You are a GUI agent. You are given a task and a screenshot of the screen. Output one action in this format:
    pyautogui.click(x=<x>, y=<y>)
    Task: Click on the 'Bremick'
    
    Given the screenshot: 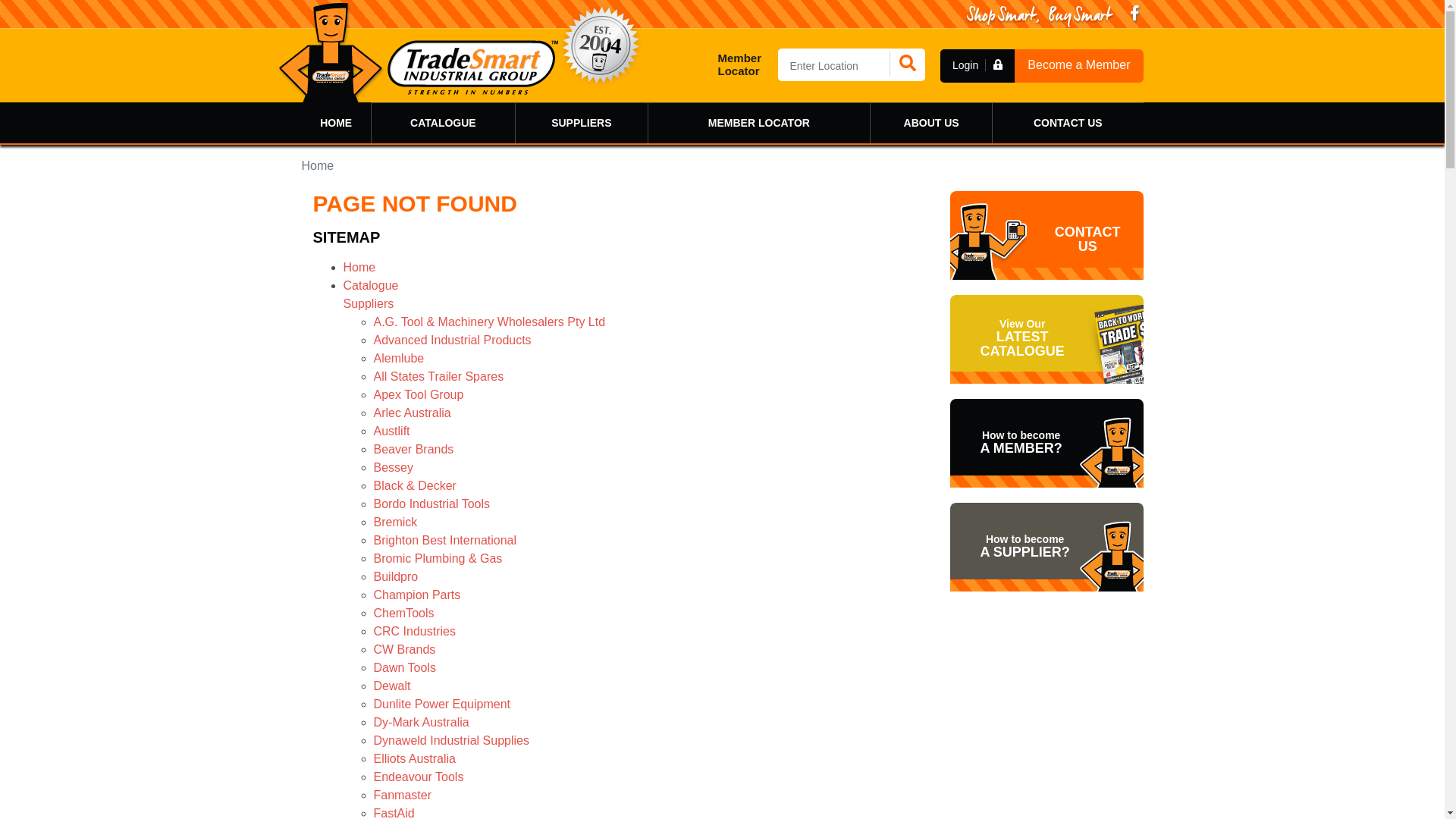 What is the action you would take?
    pyautogui.click(x=395, y=521)
    